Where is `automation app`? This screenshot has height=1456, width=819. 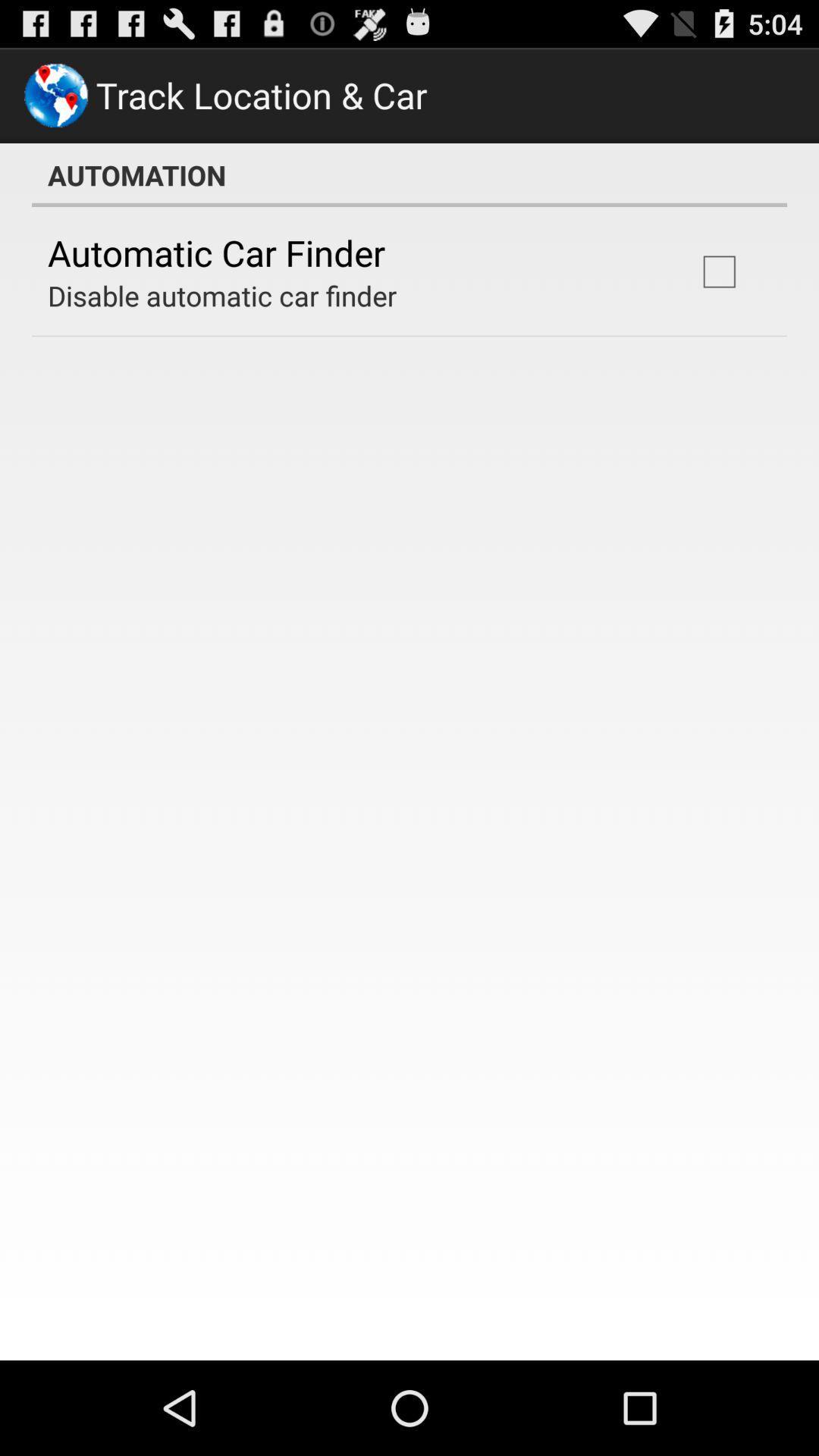
automation app is located at coordinates (409, 174).